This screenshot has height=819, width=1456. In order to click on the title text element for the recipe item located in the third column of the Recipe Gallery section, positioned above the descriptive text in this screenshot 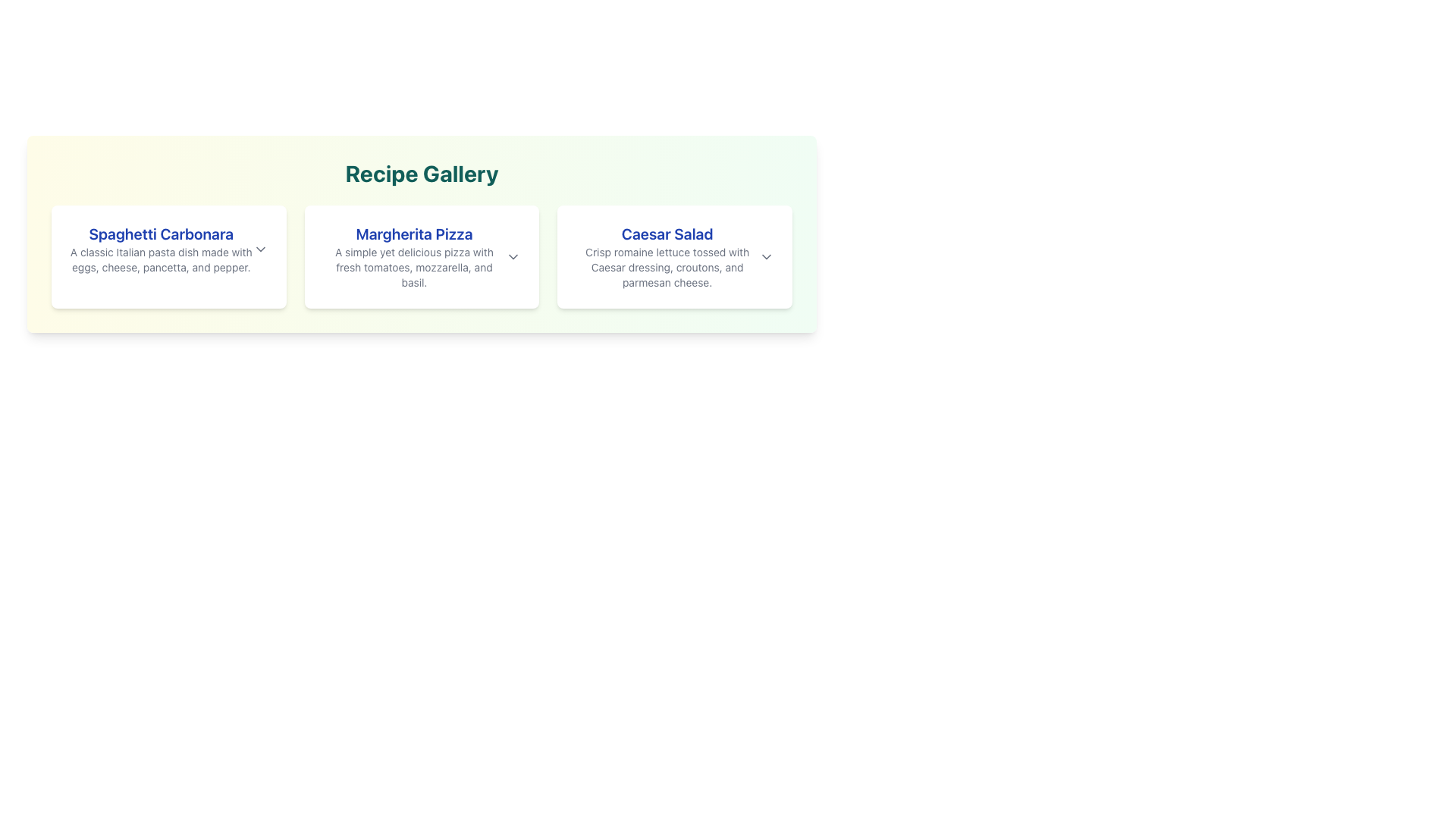, I will do `click(667, 234)`.